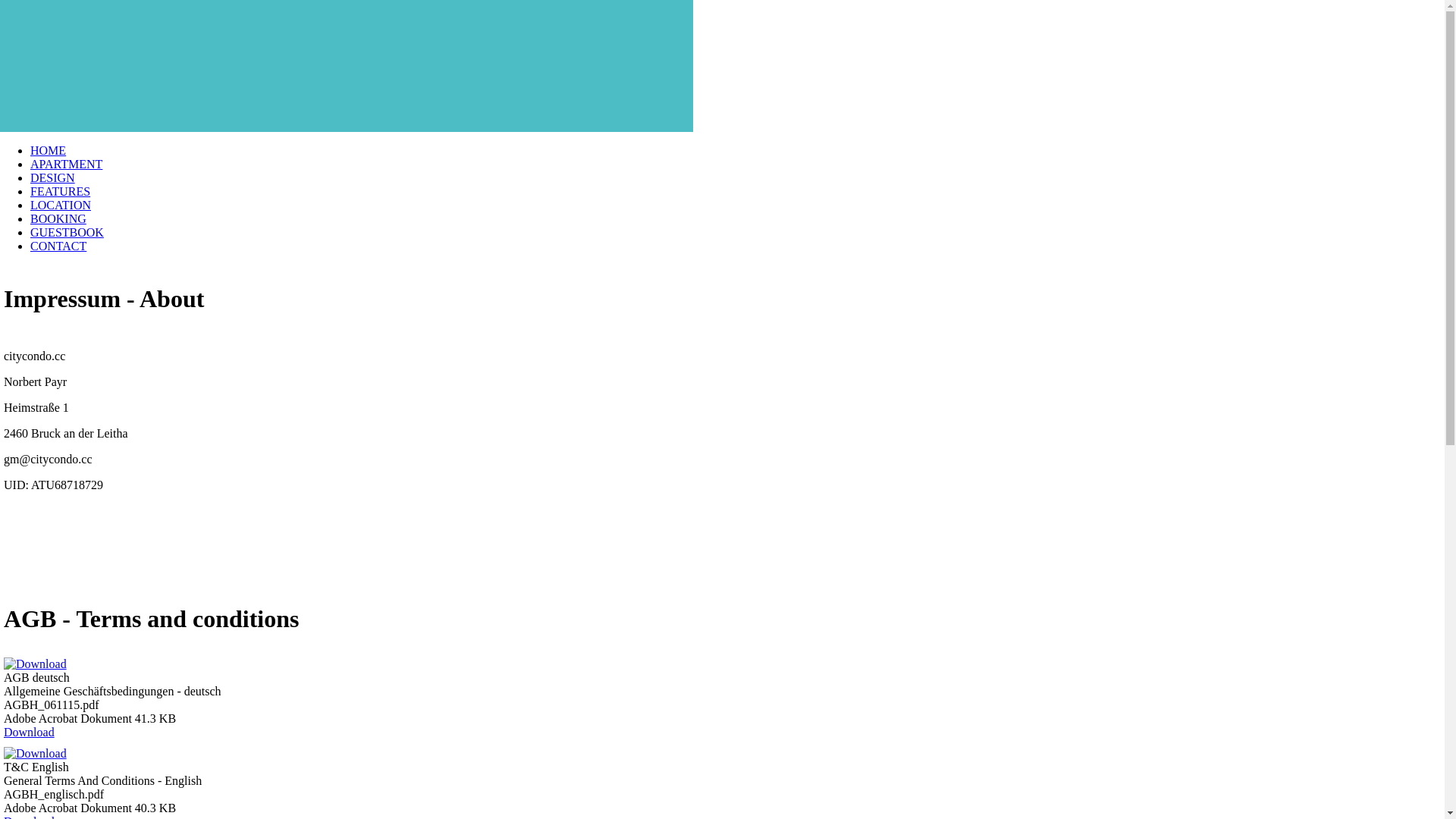 This screenshot has width=1456, height=819. Describe the element at coordinates (30, 205) in the screenshot. I see `'LOCATION'` at that location.